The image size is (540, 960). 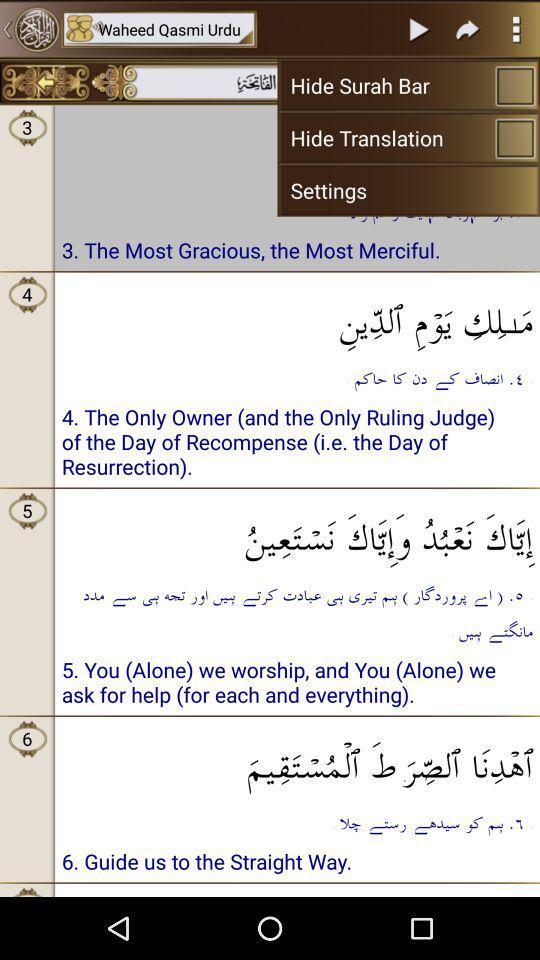 I want to click on the redo icon, so click(x=468, y=30).